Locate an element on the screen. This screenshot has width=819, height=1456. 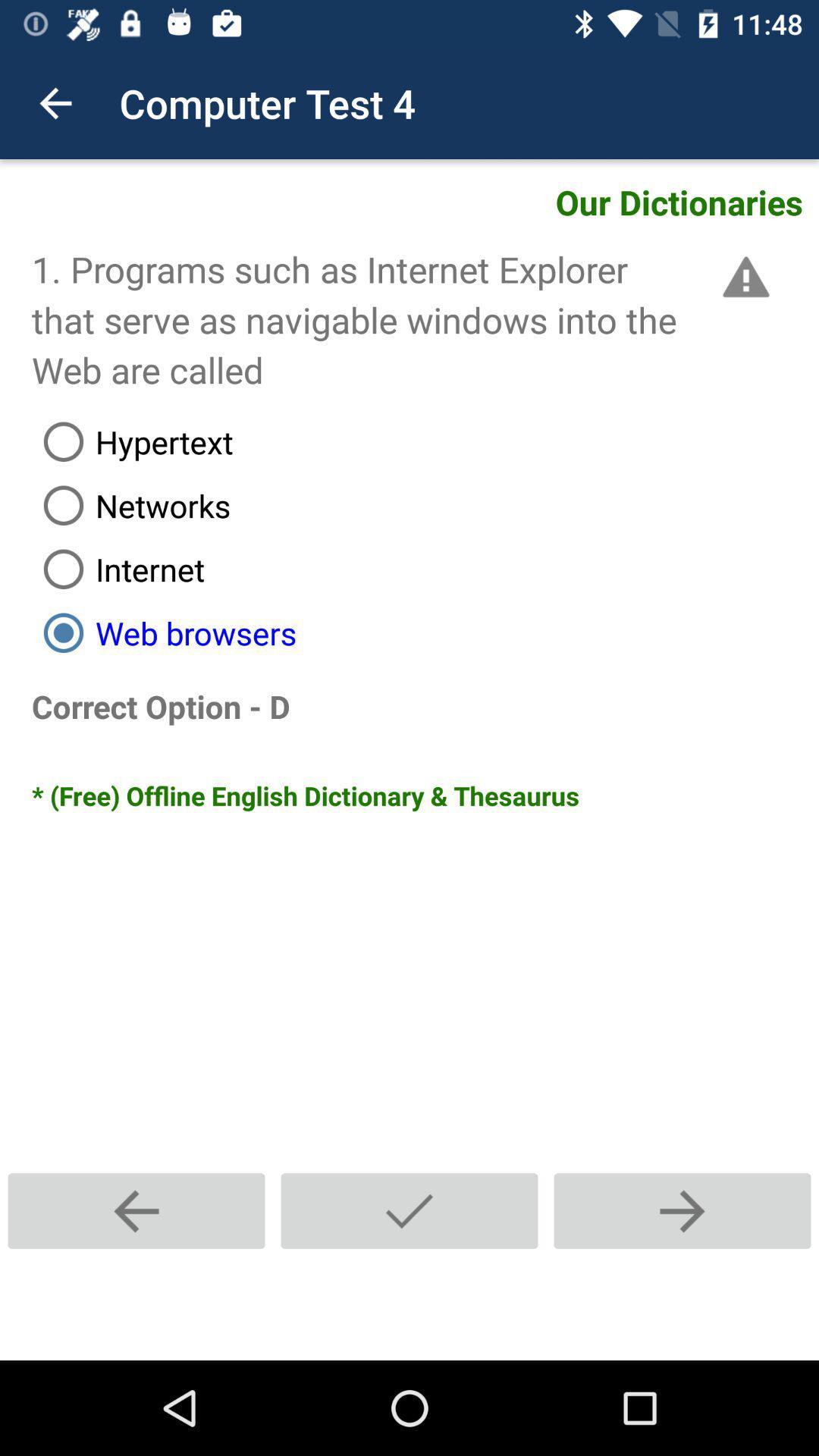
icon below free offline english is located at coordinates (136, 1210).